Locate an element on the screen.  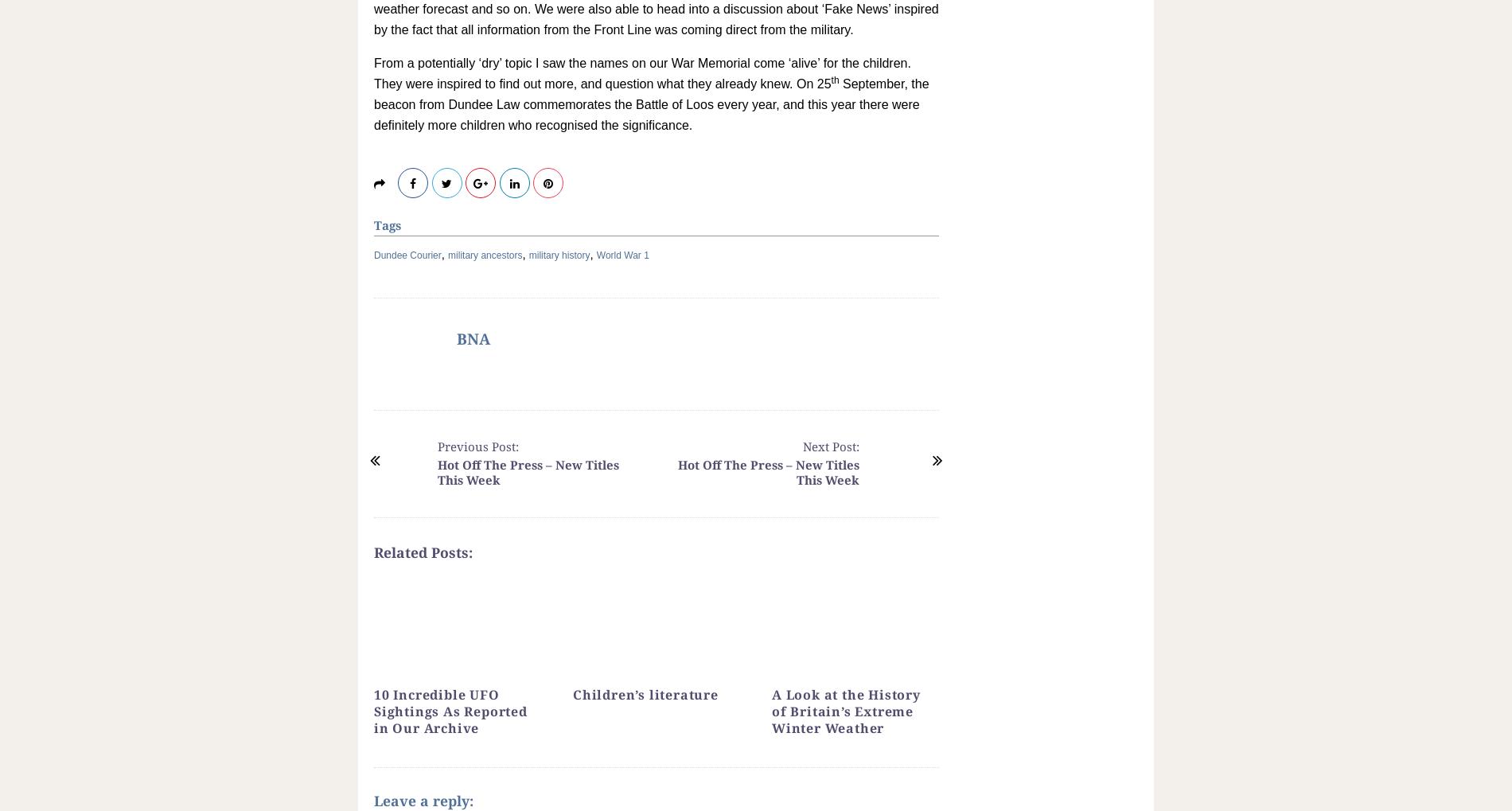
'Previous Post:' is located at coordinates (477, 445).